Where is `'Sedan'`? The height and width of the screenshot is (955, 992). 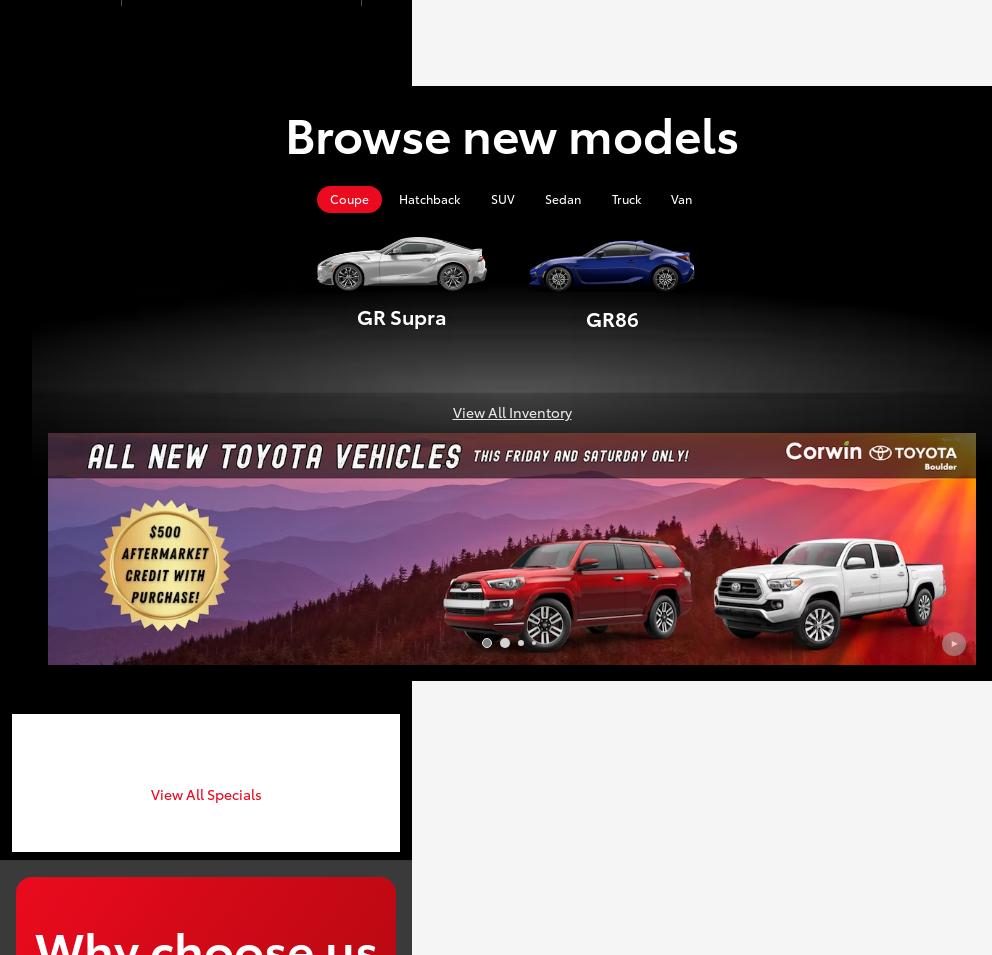
'Sedan' is located at coordinates (562, 198).